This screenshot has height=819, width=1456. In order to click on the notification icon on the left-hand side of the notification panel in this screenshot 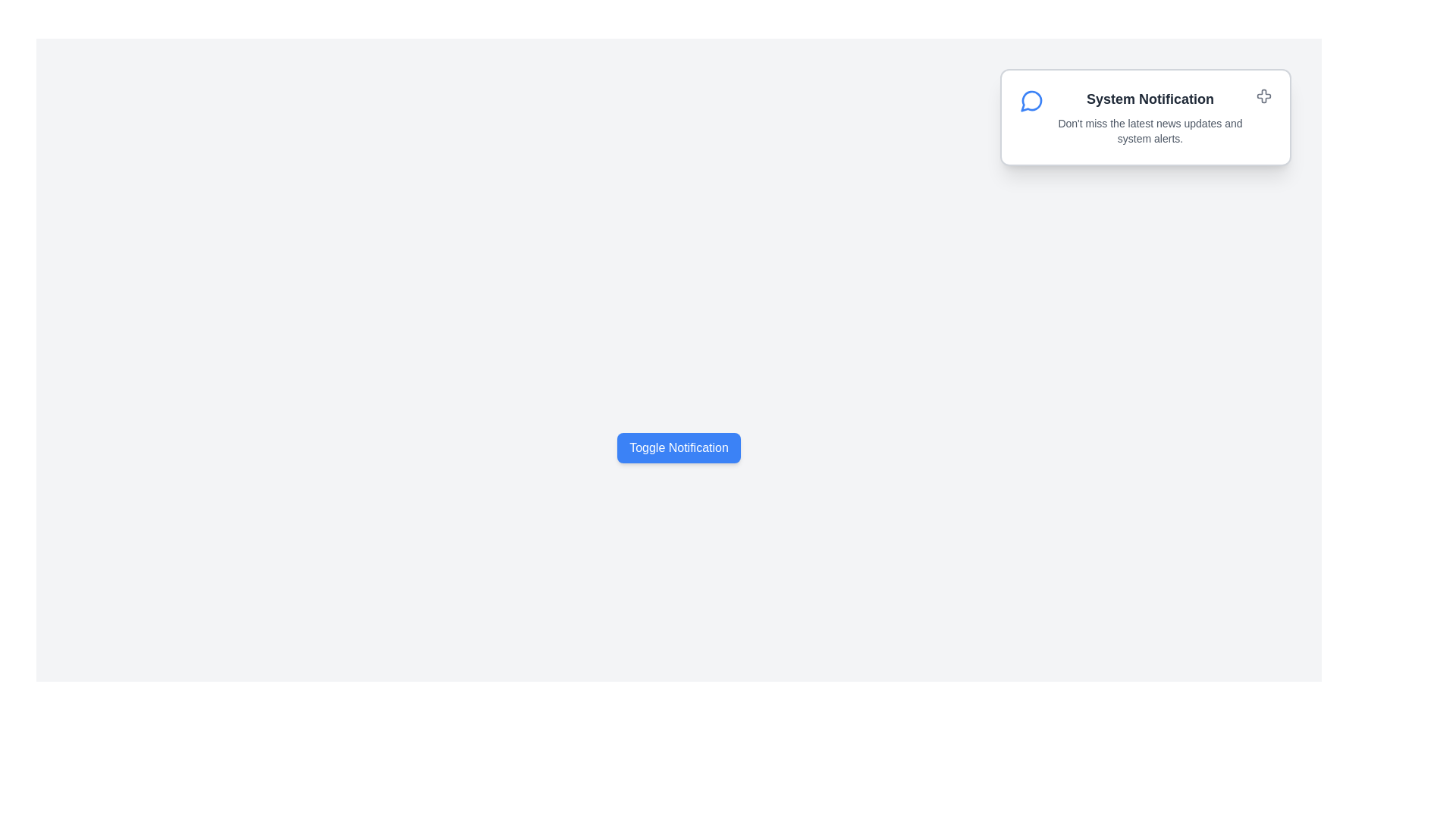, I will do `click(1031, 101)`.